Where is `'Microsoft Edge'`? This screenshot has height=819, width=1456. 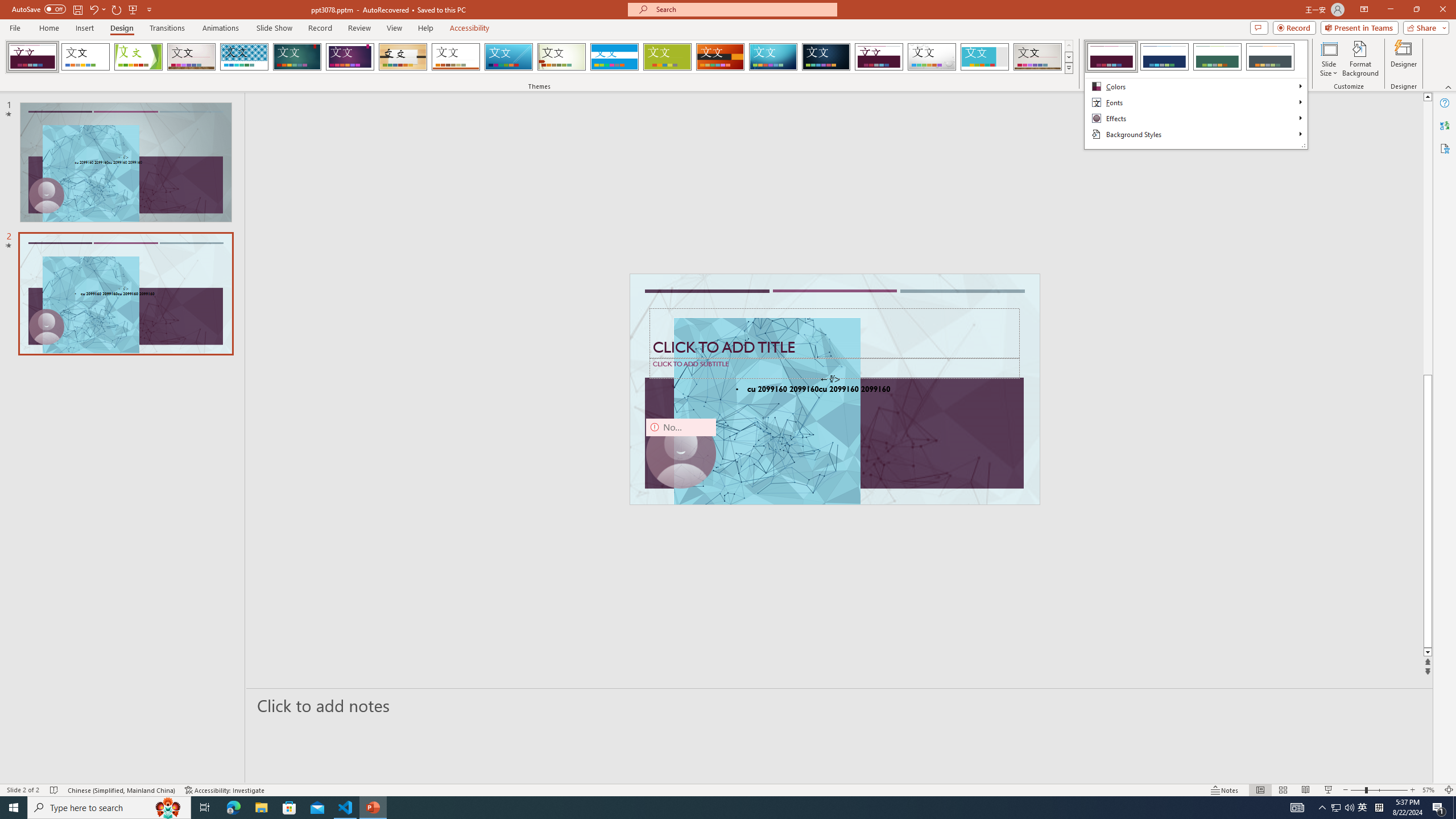
'Microsoft Edge' is located at coordinates (233, 806).